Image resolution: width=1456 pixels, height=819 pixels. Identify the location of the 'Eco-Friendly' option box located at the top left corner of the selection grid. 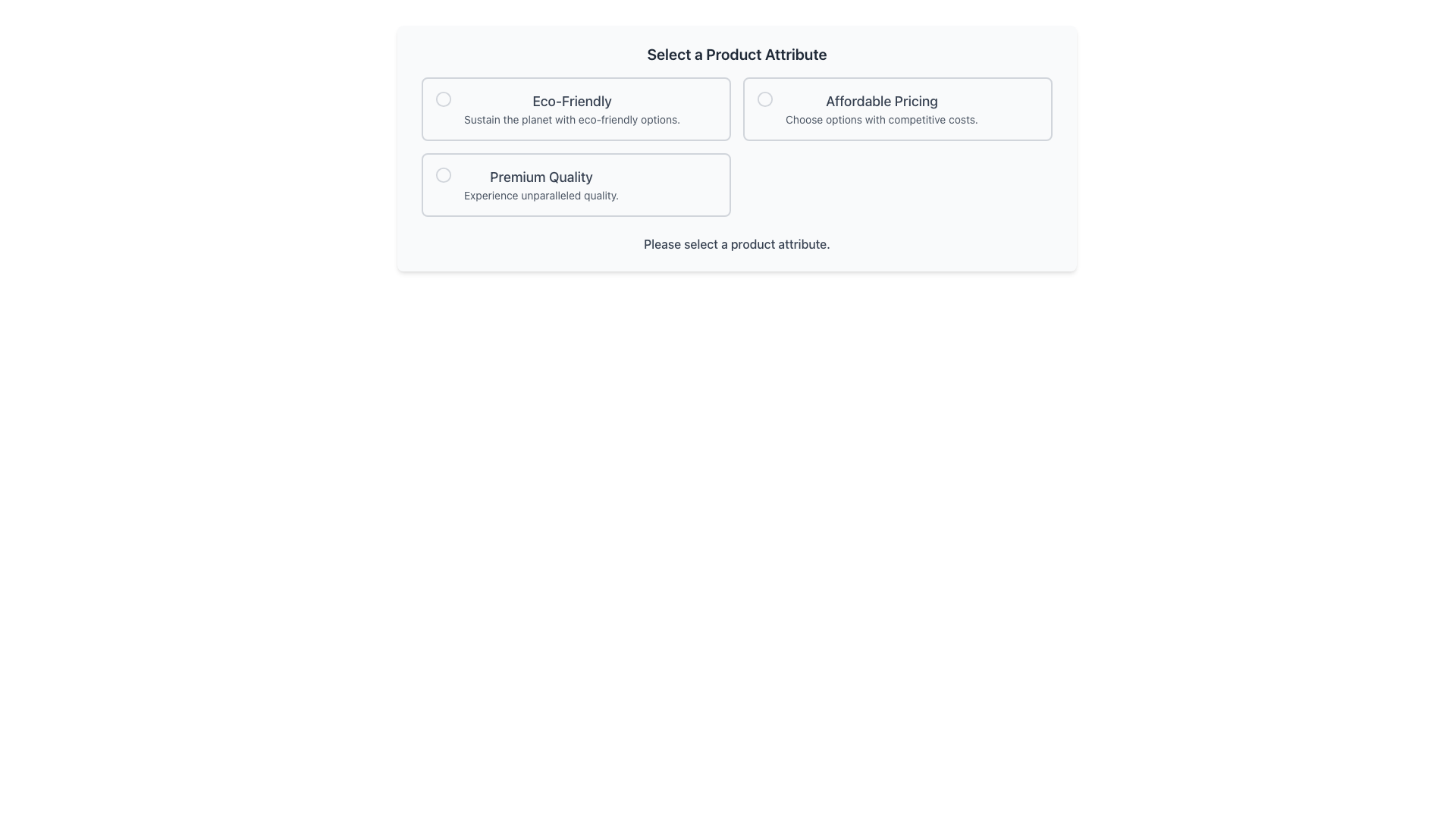
(575, 108).